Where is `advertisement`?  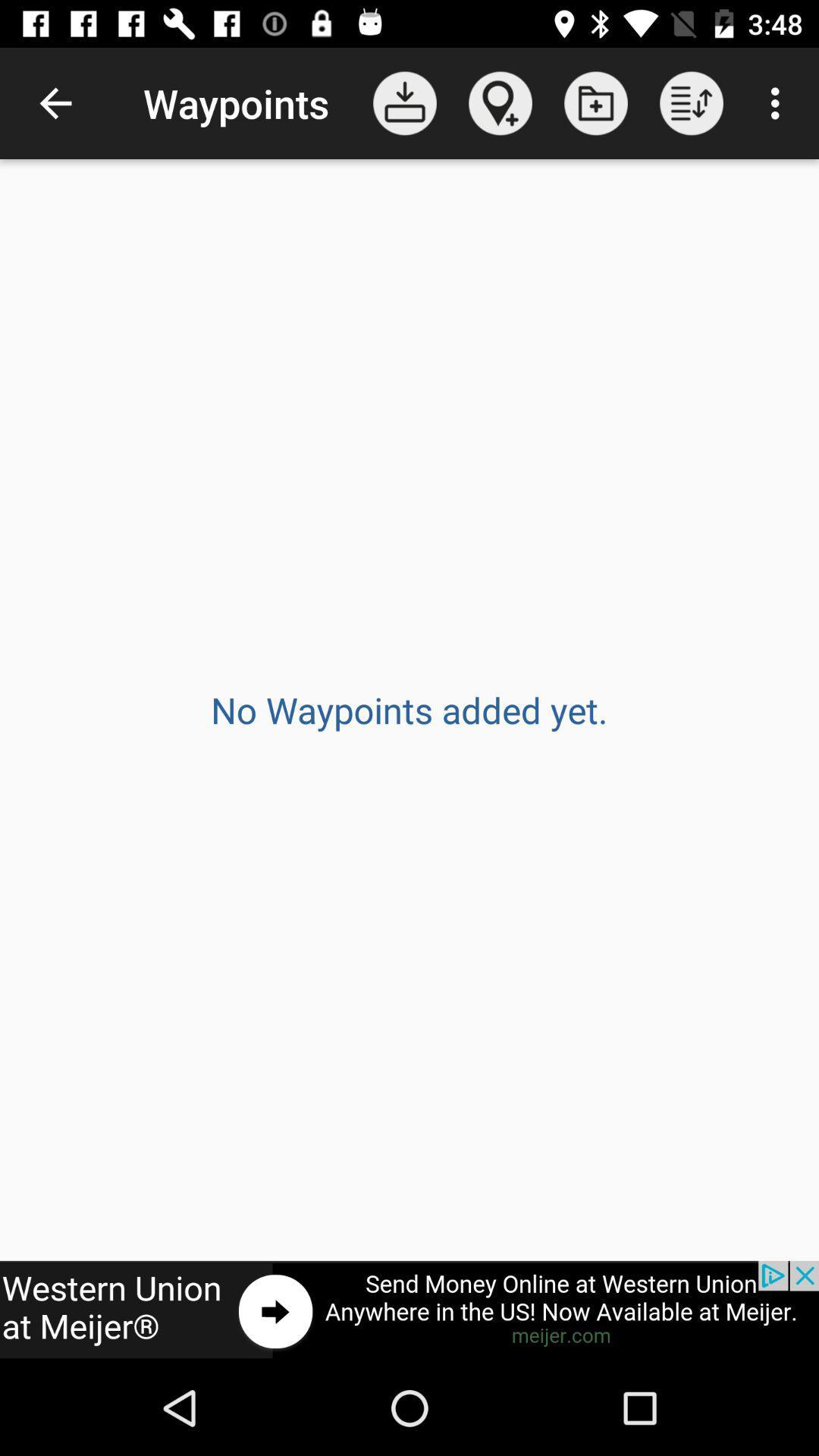
advertisement is located at coordinates (409, 1310).